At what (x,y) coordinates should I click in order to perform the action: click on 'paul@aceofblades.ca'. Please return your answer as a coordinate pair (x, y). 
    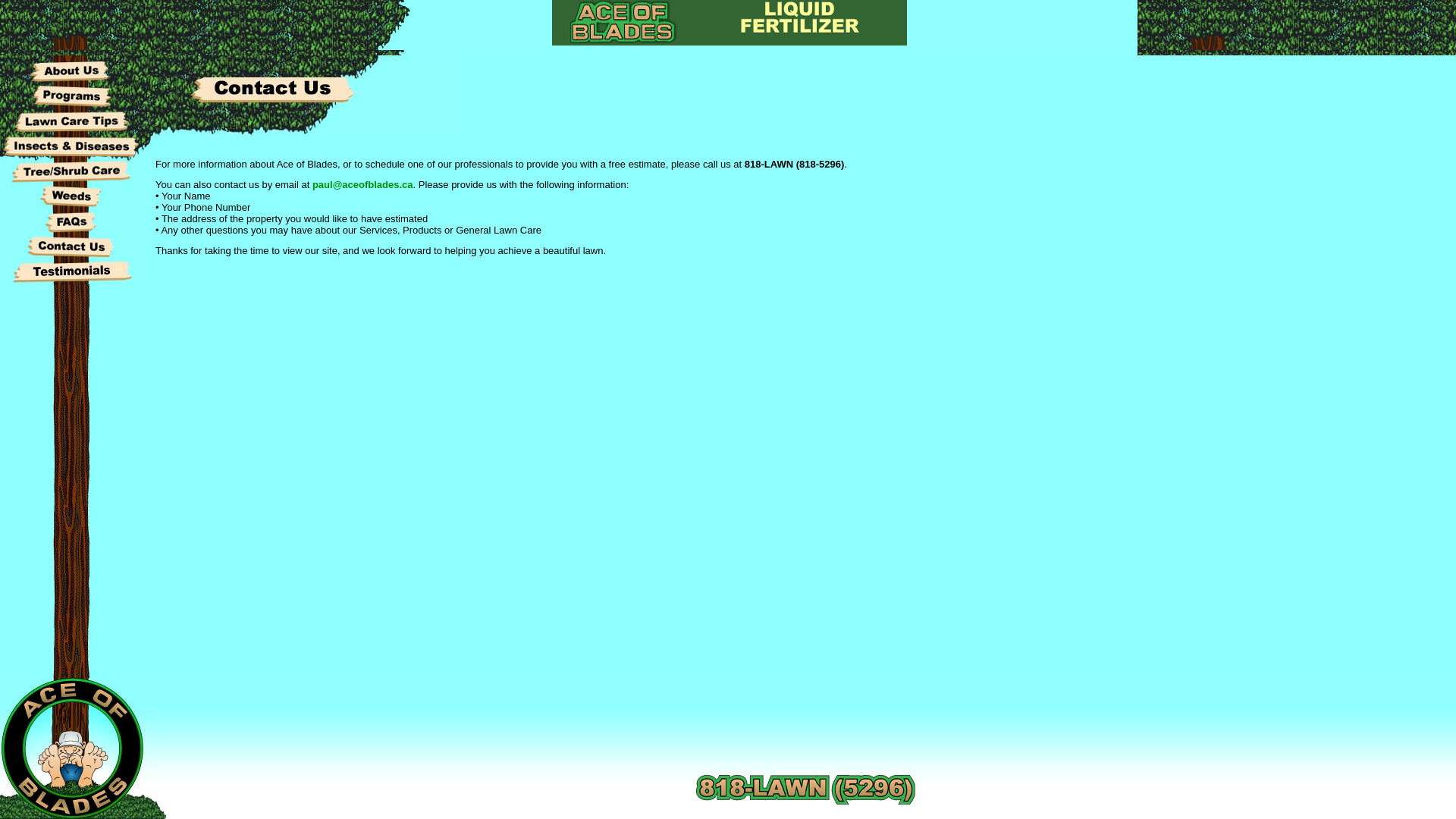
    Looking at the image, I should click on (312, 184).